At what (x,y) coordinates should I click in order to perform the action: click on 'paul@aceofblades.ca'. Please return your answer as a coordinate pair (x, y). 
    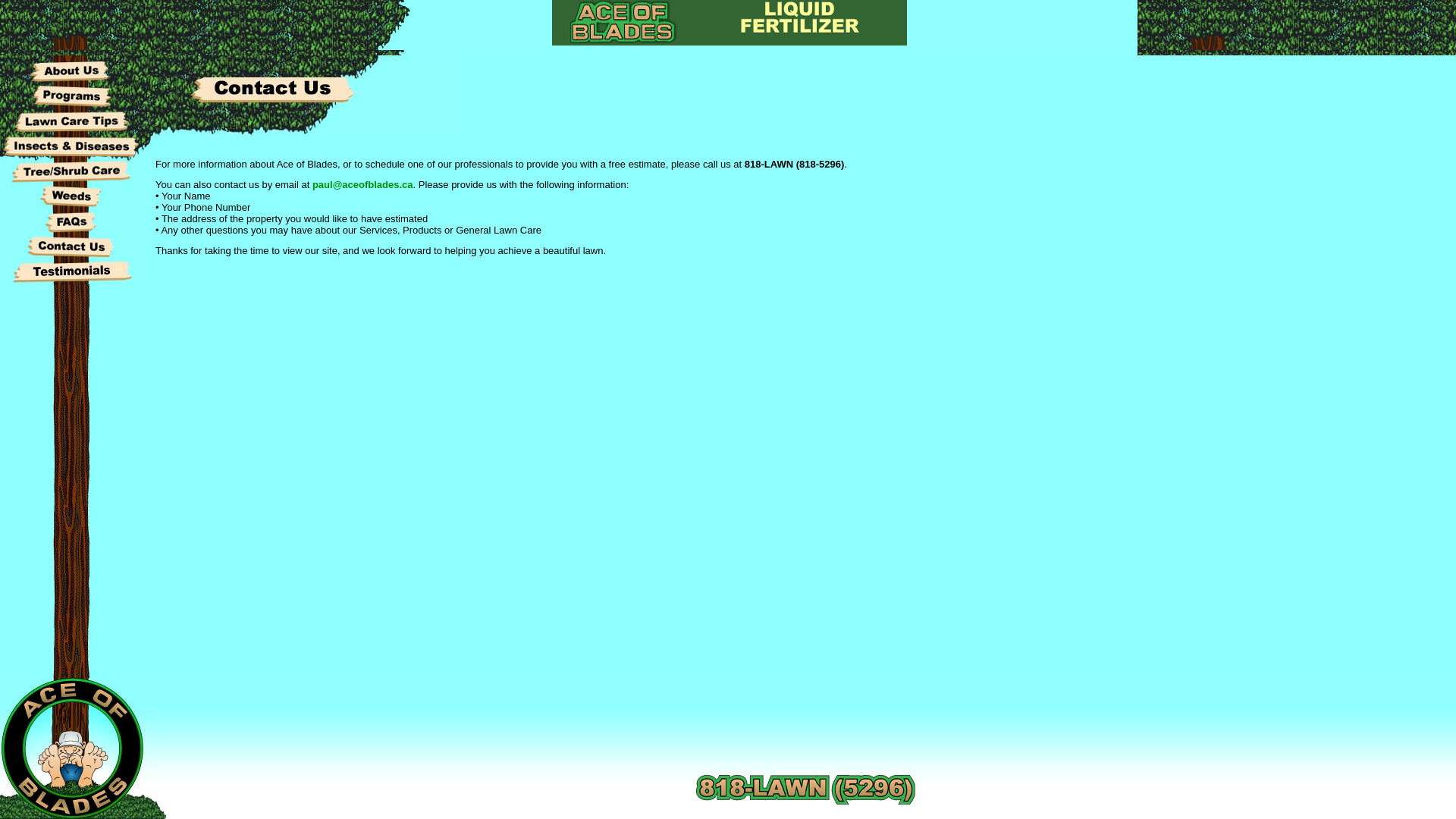
    Looking at the image, I should click on (312, 184).